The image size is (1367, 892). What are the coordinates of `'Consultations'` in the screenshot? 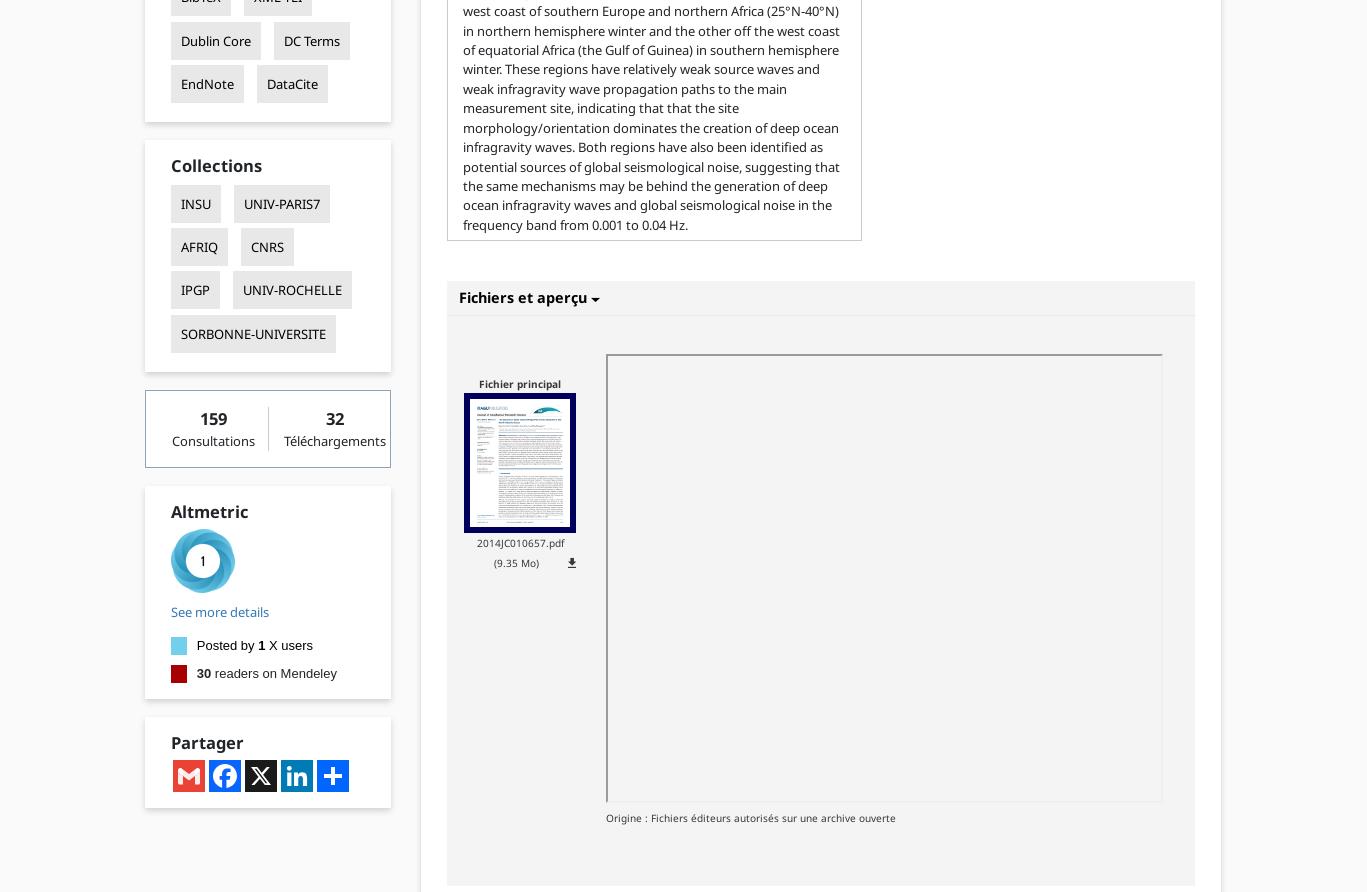 It's located at (170, 439).